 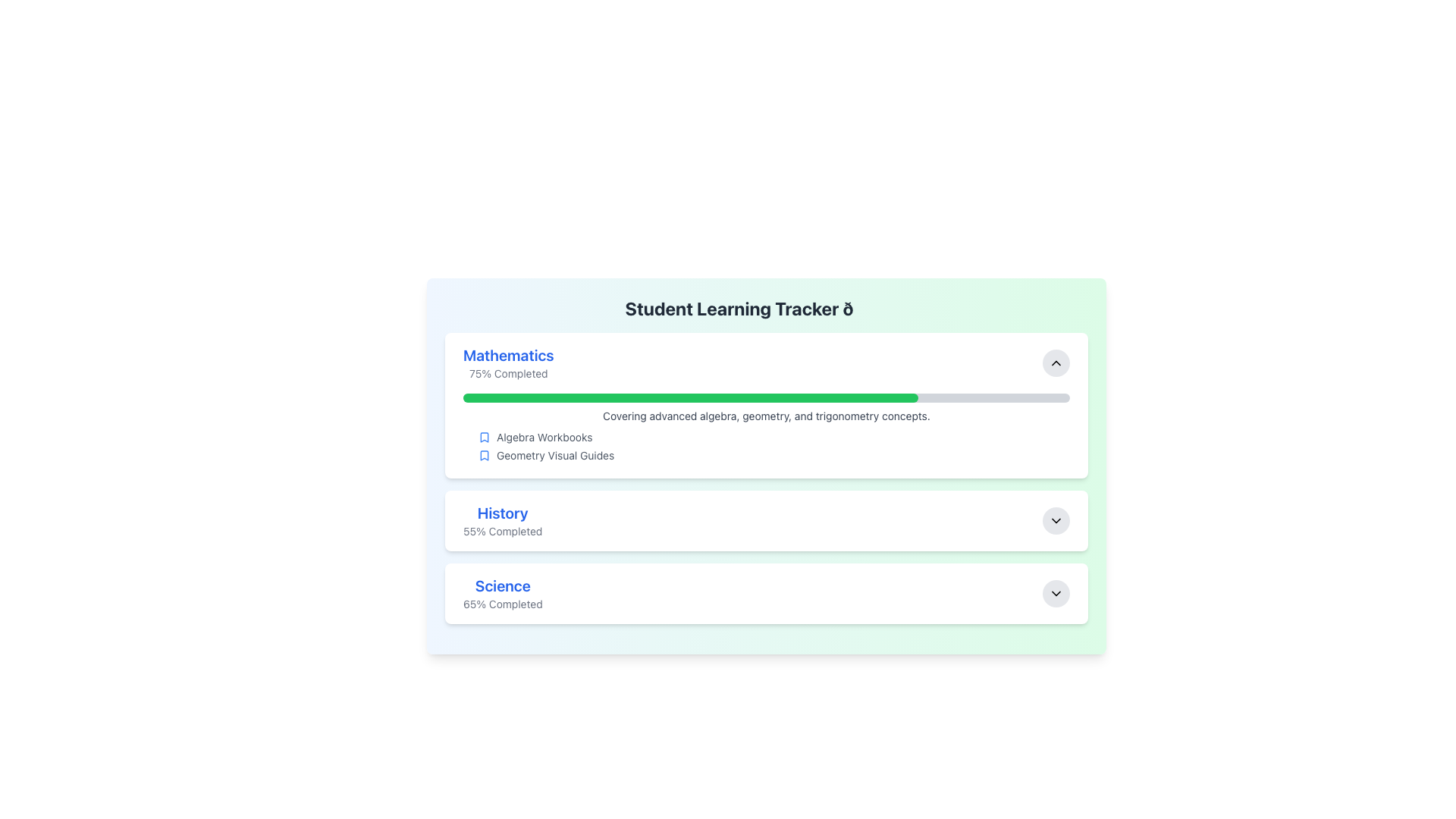 What do you see at coordinates (508, 374) in the screenshot?
I see `the progress percentage Text Label for the subject 'Mathematics', which is located below the title 'Mathematics' and above other related content elements` at bounding box center [508, 374].